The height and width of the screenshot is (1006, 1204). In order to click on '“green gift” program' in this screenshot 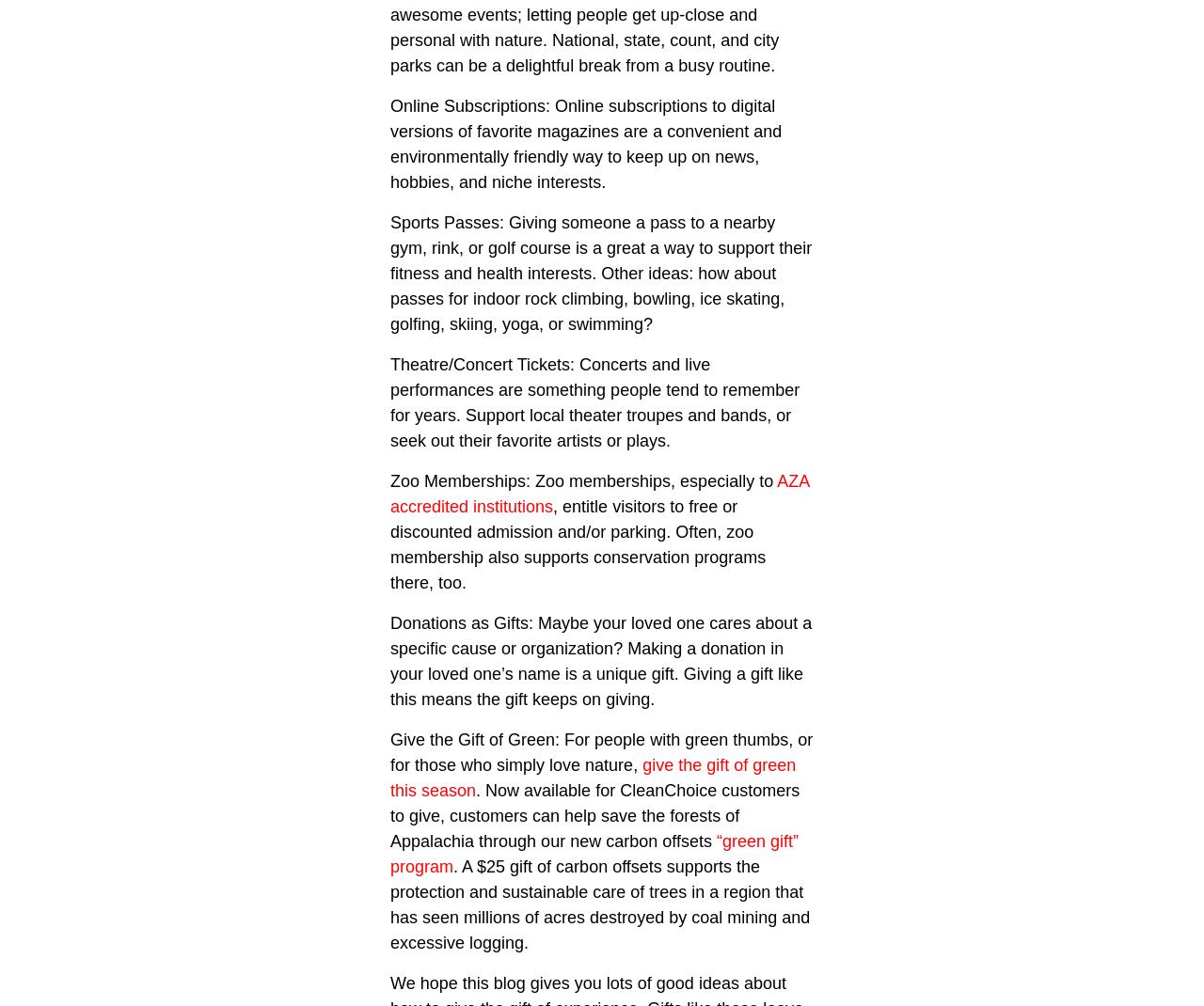, I will do `click(593, 853)`.